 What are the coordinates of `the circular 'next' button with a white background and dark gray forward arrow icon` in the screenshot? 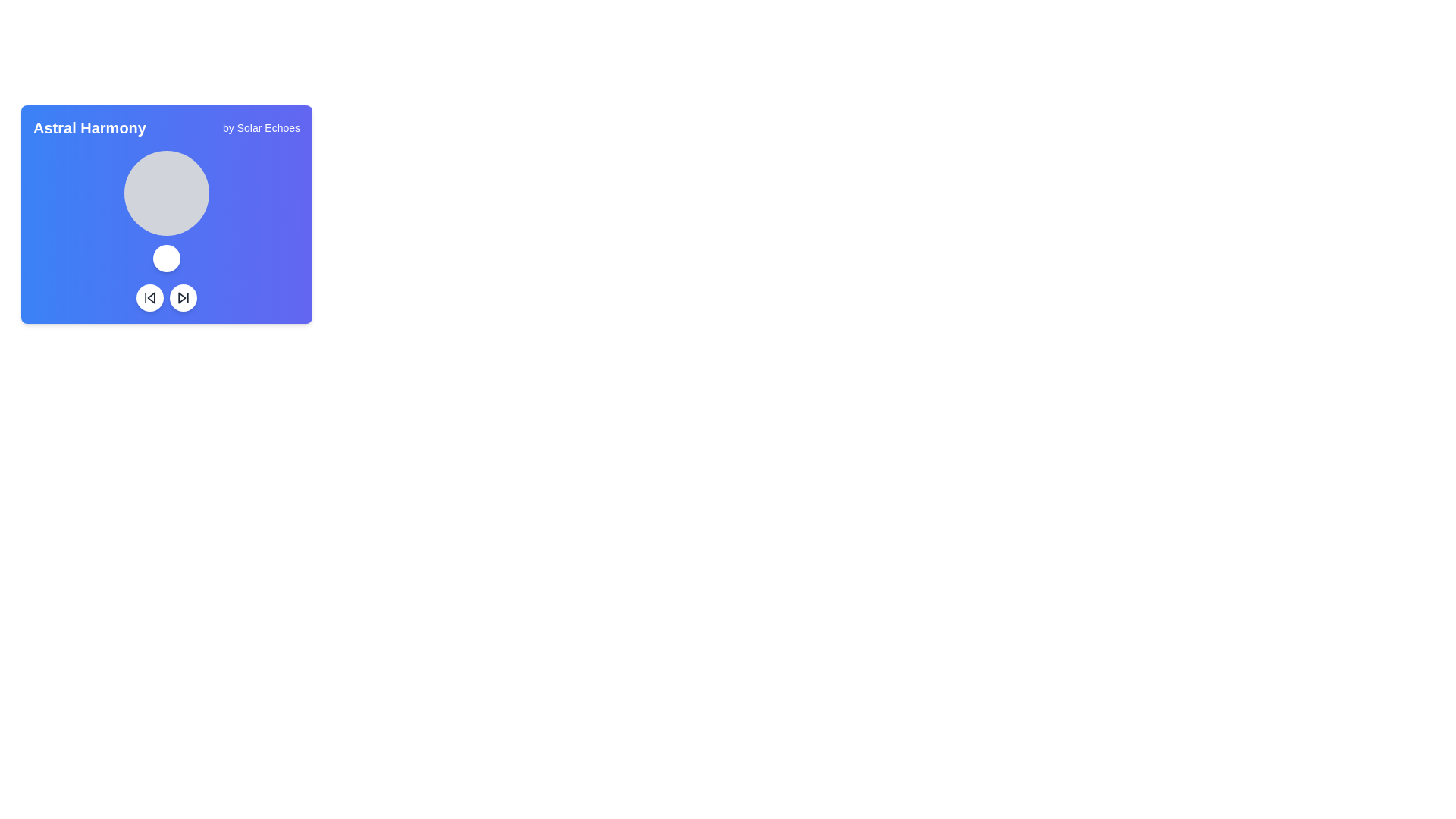 It's located at (182, 298).